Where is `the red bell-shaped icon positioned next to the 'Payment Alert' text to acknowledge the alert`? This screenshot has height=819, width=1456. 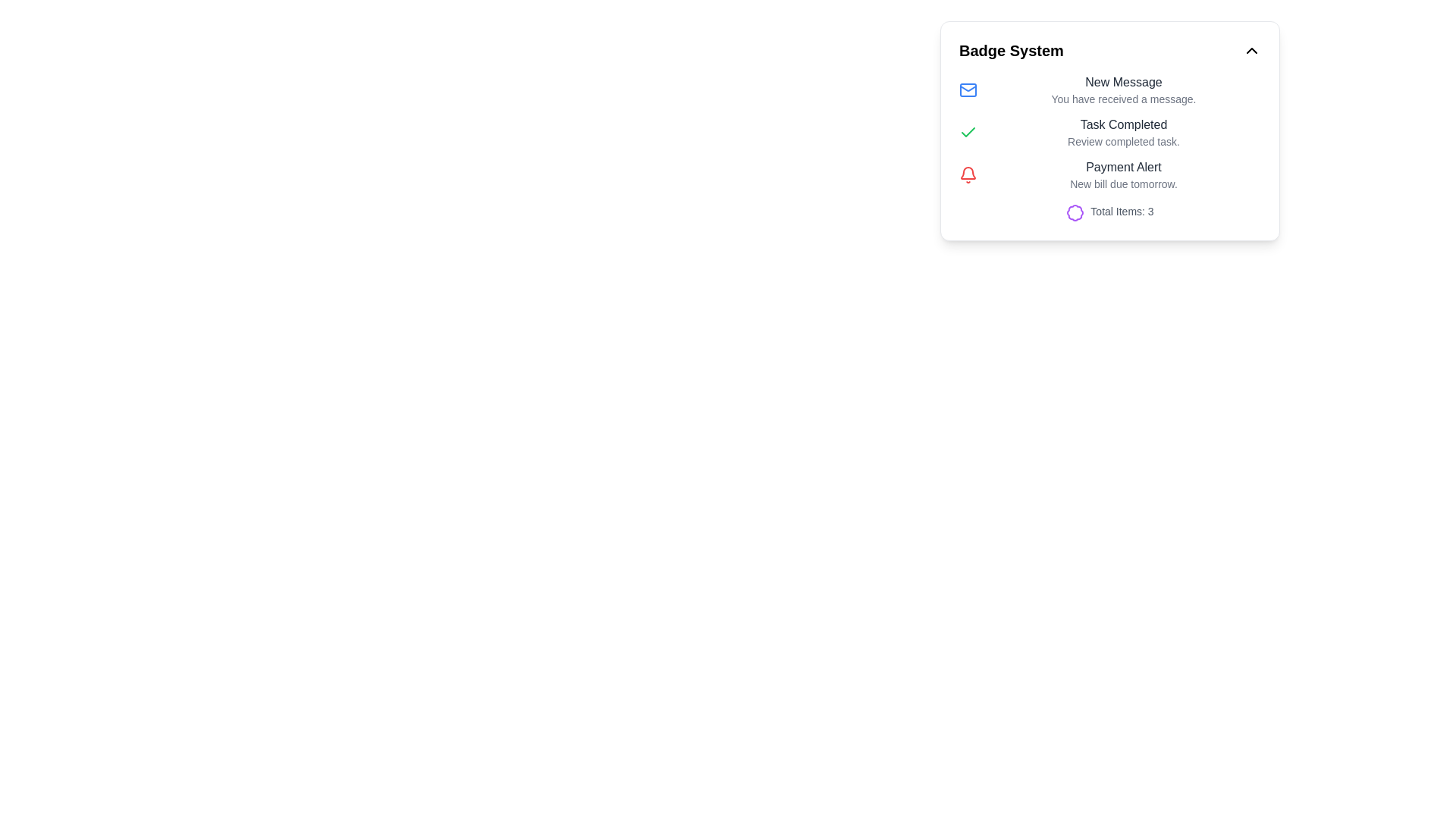
the red bell-shaped icon positioned next to the 'Payment Alert' text to acknowledge the alert is located at coordinates (967, 174).